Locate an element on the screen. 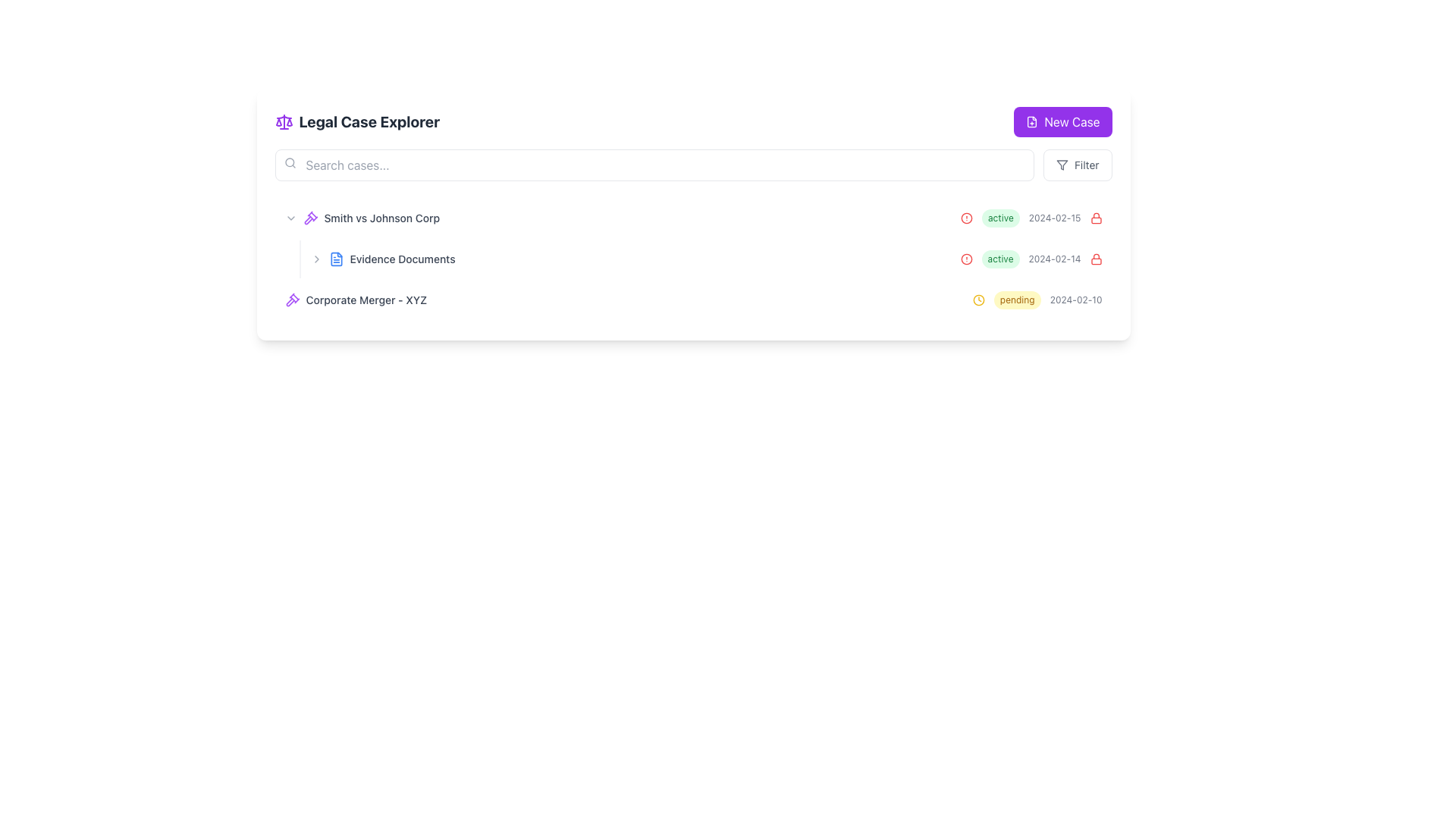 The width and height of the screenshot is (1456, 819). the 'Create New Case' button located at the top-right corner of the 'Legal Case Explorer' header bar to observe the hover effect is located at coordinates (1062, 121).